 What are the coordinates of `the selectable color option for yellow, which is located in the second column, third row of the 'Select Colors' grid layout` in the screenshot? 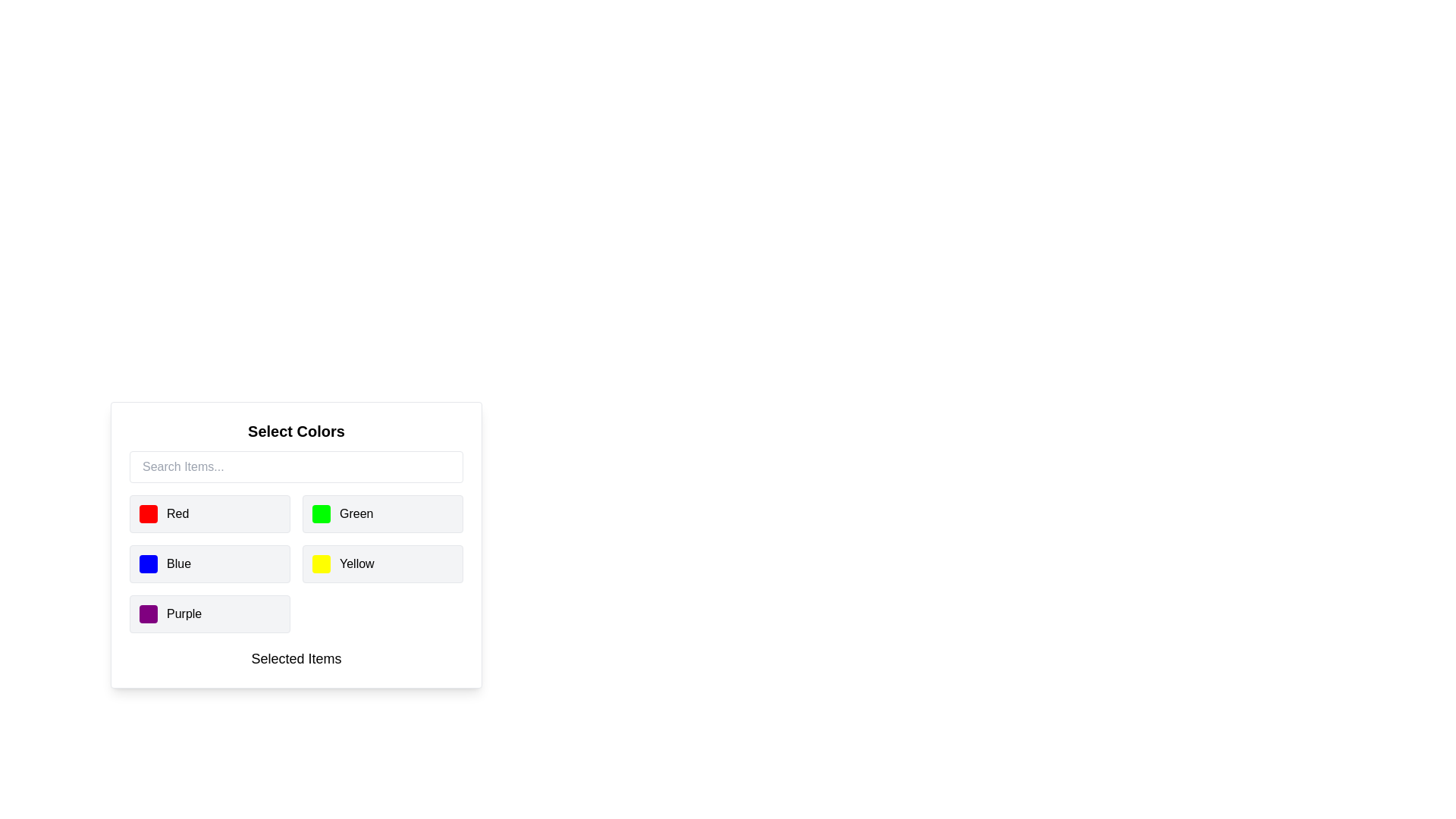 It's located at (382, 564).